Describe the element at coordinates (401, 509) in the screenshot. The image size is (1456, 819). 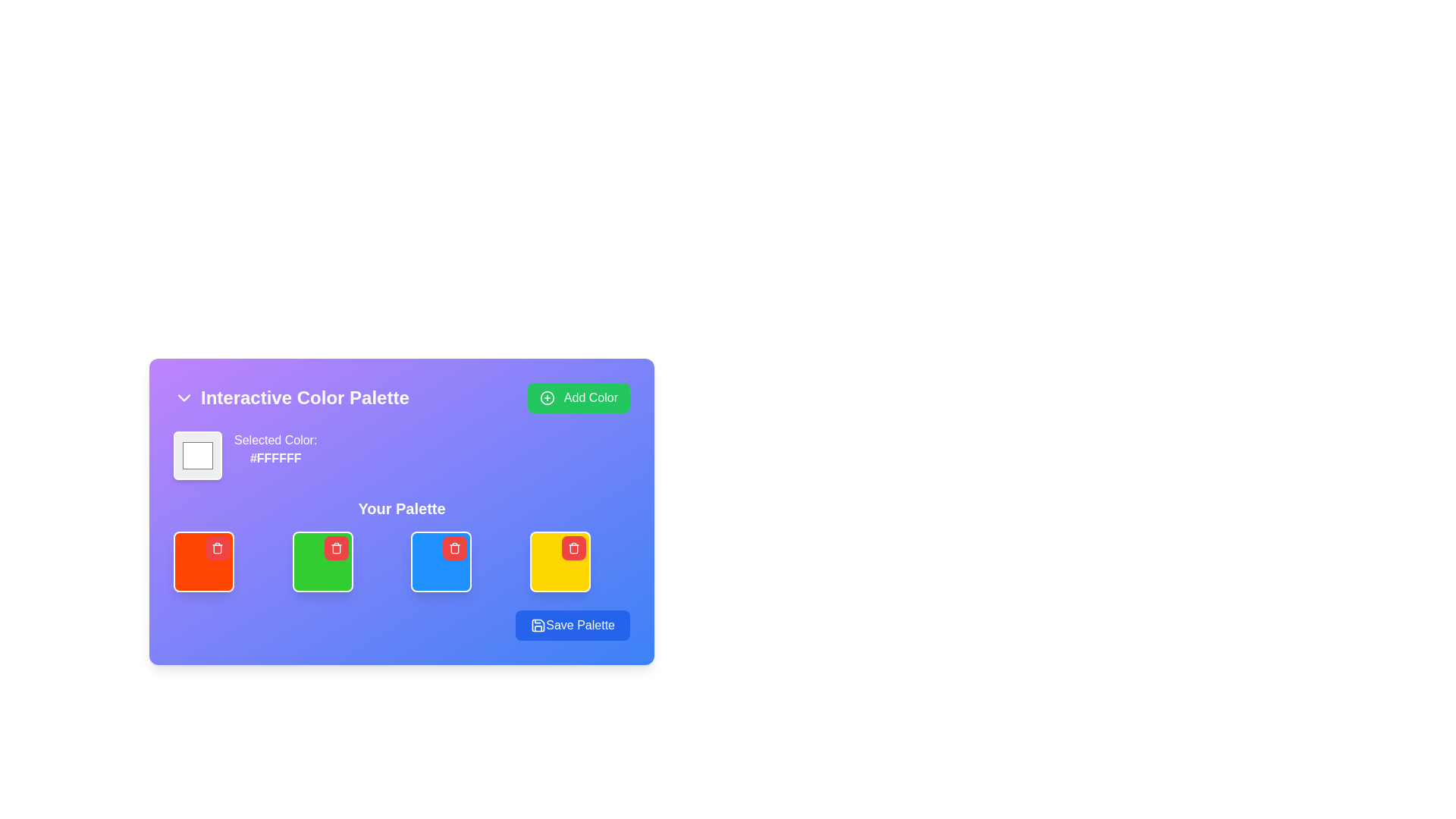
I see `the centrally positioned text label that identifies the user's selected color palette above the grid layout` at that location.